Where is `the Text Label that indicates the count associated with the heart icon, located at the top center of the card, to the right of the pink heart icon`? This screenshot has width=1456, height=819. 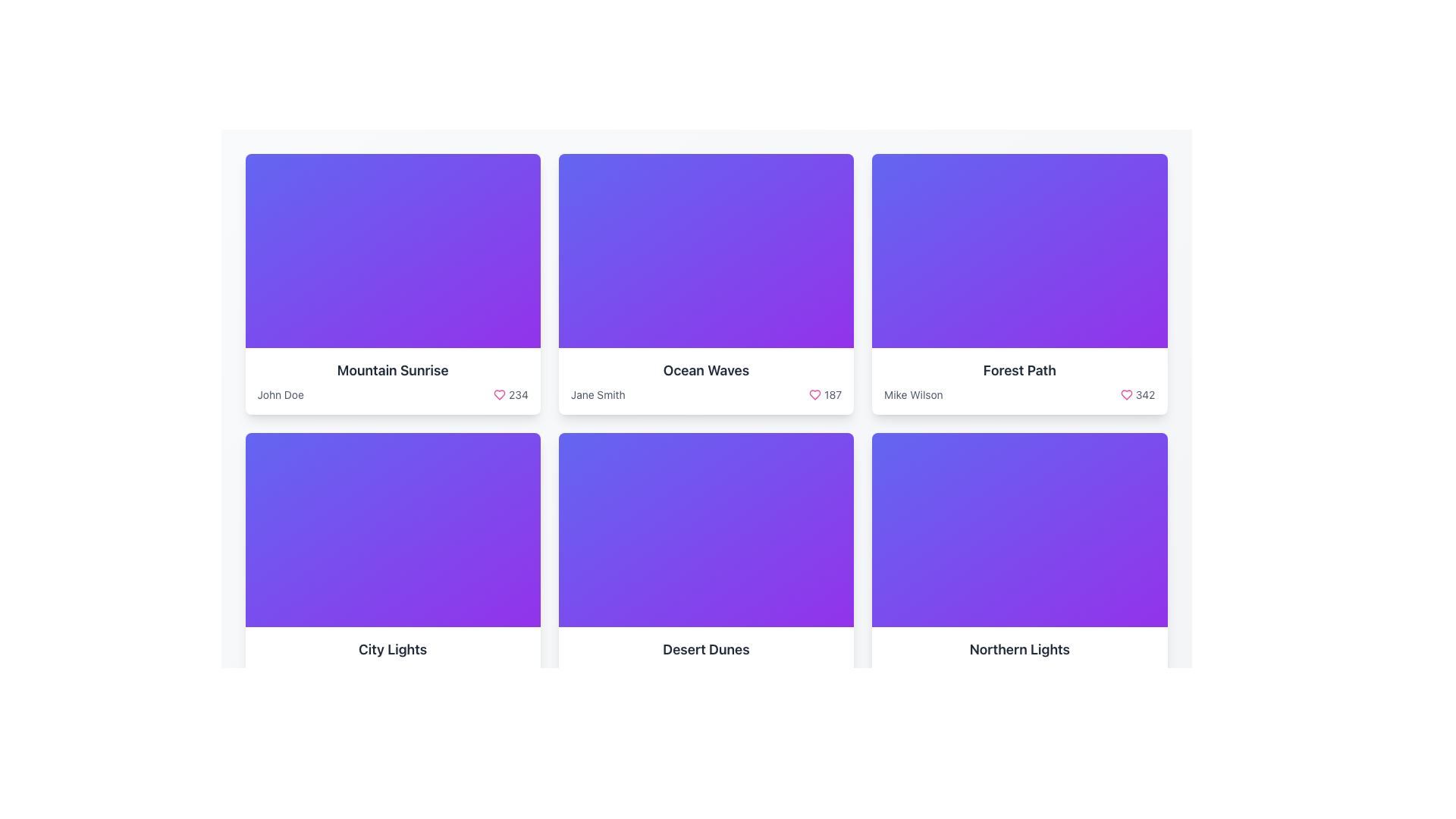
the Text Label that indicates the count associated with the heart icon, located at the top center of the card, to the right of the pink heart icon is located at coordinates (832, 394).